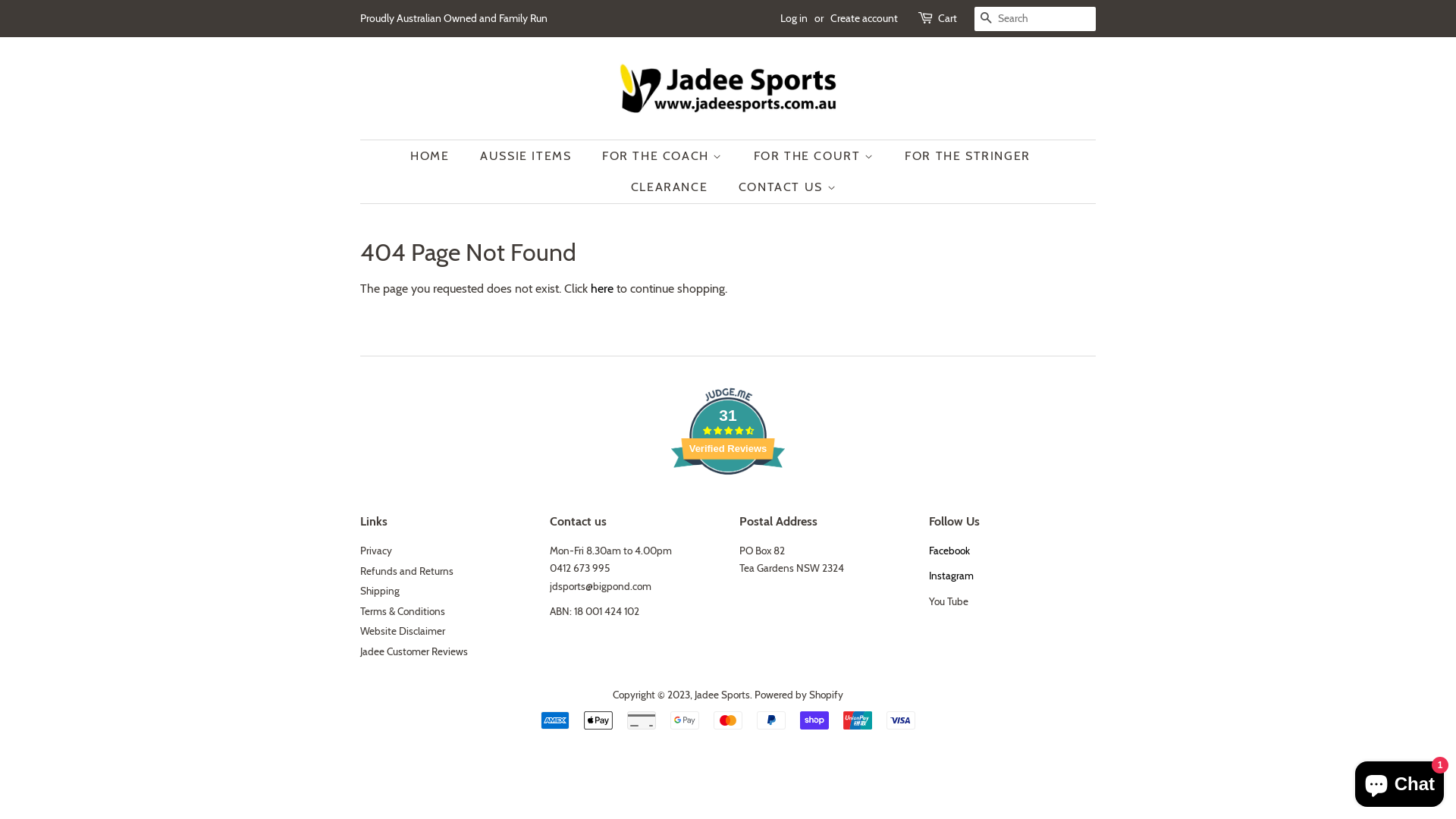 The image size is (1456, 819). I want to click on 'Powered by Shopify', so click(754, 694).